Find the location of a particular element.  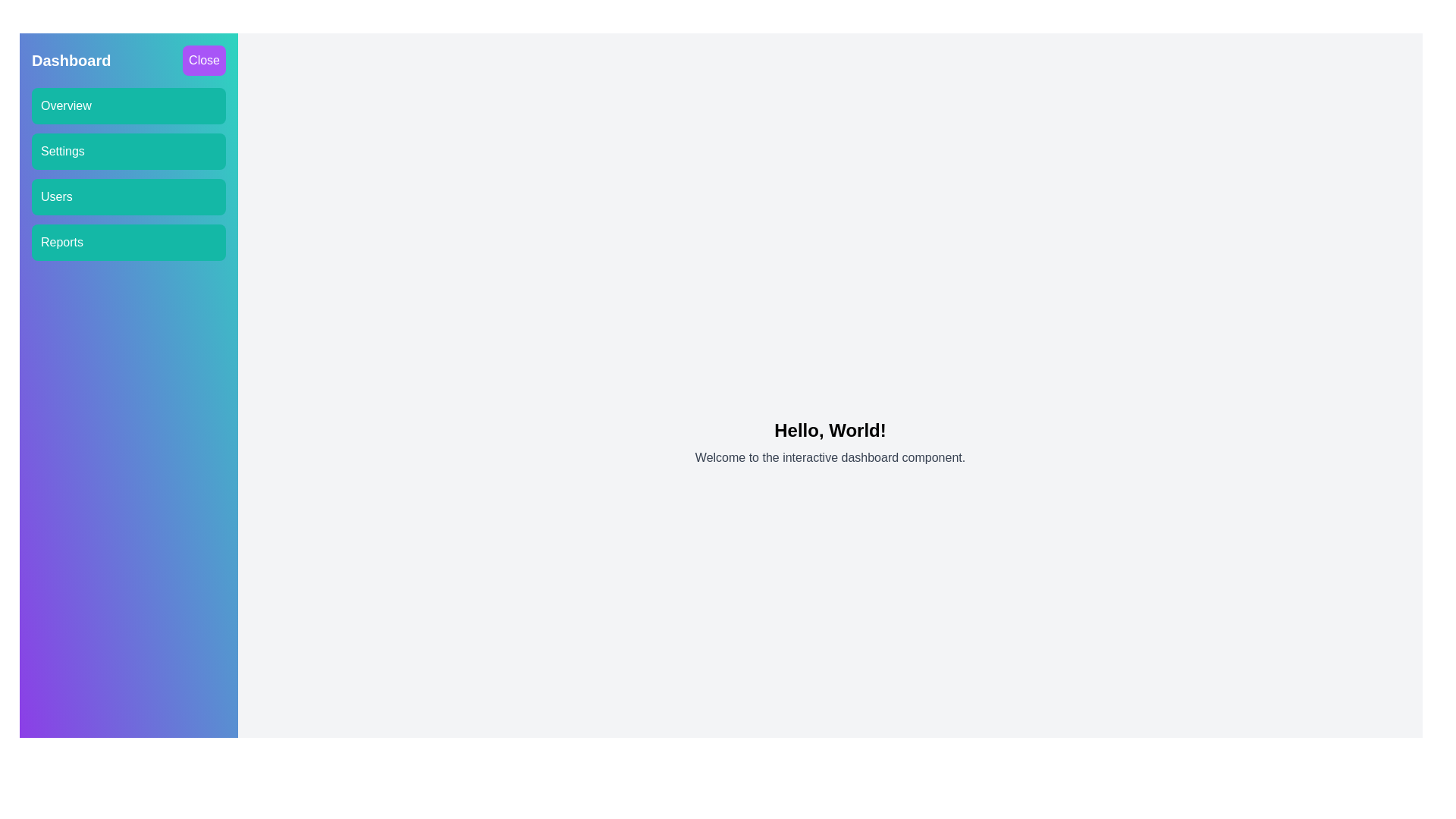

the menu button labeled Overview to navigate to the corresponding section is located at coordinates (128, 105).